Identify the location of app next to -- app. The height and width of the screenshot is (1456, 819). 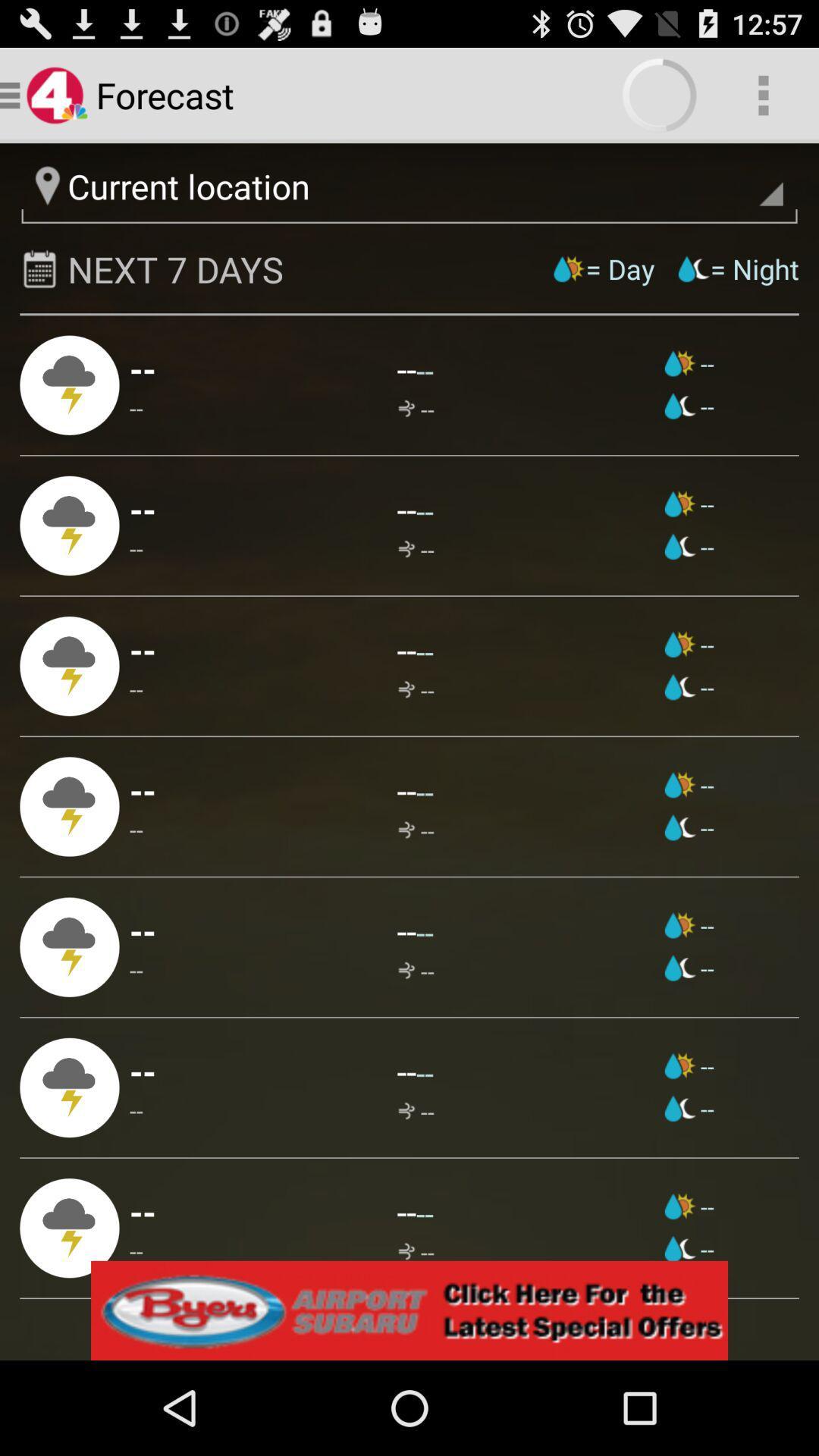
(416, 548).